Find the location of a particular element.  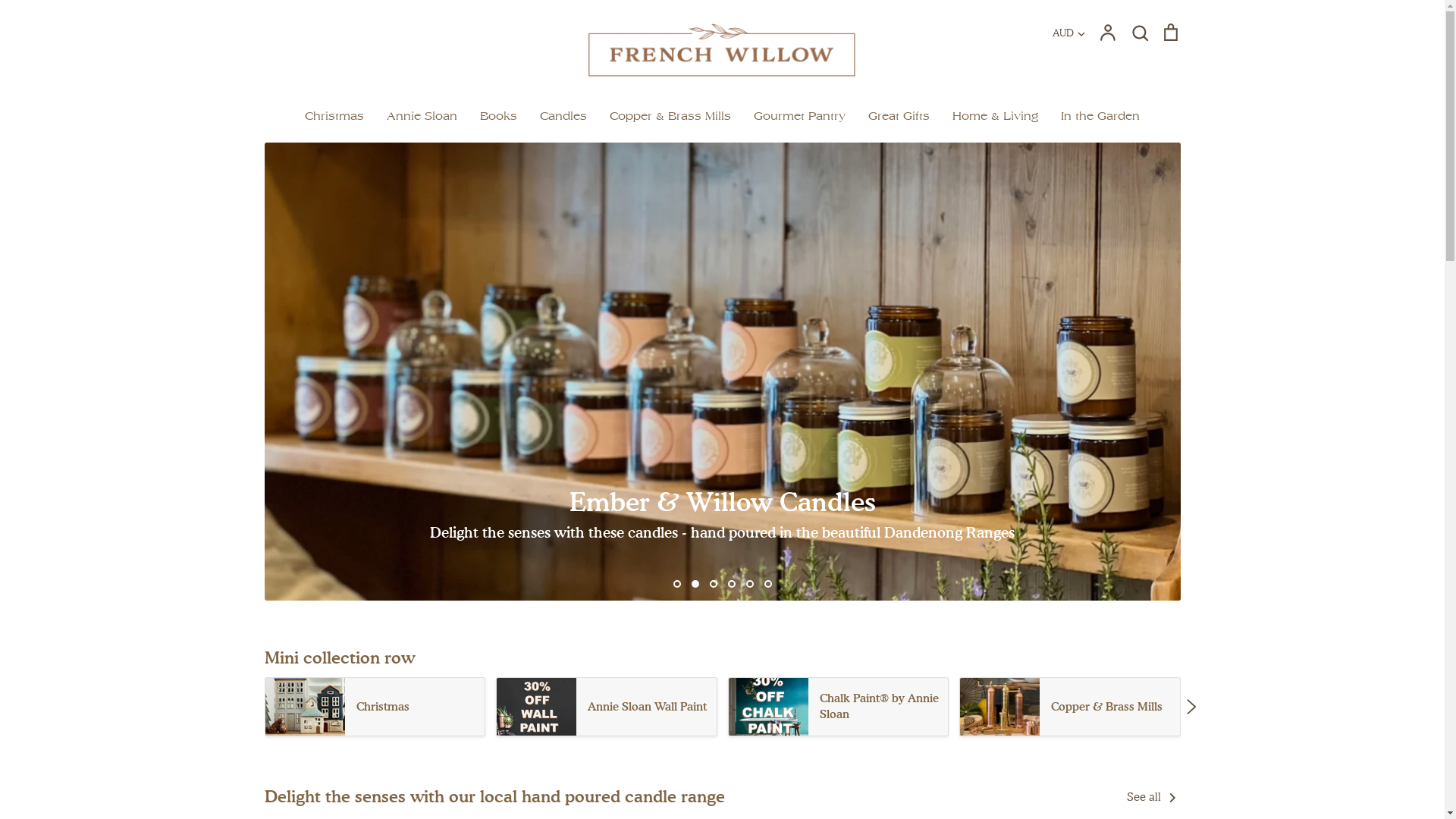

'5' is located at coordinates (749, 583).